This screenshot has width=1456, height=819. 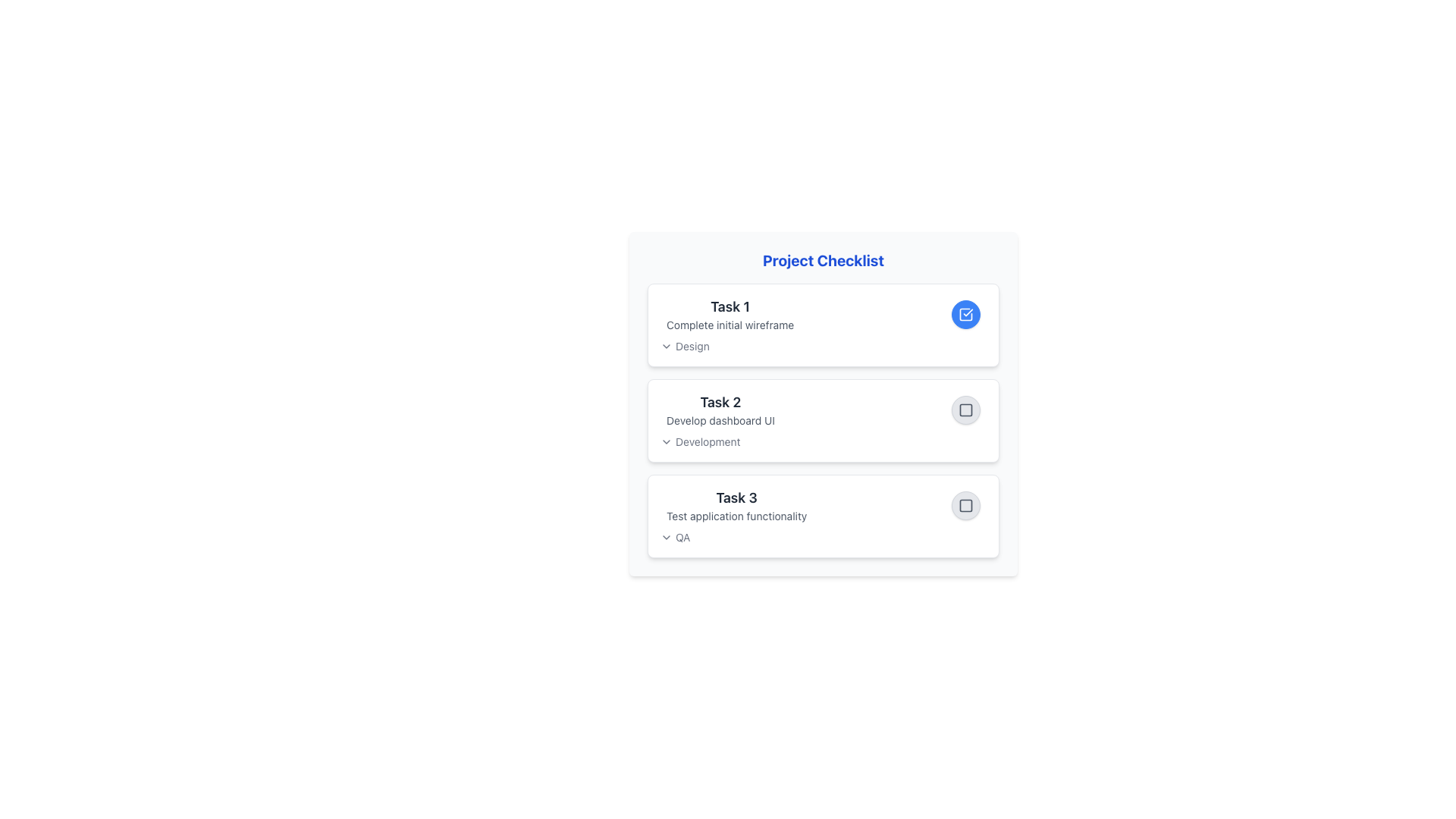 What do you see at coordinates (720, 401) in the screenshot?
I see `text information from the 'Task 2' label in the checklist interface, which identifies the second task in the list` at bounding box center [720, 401].